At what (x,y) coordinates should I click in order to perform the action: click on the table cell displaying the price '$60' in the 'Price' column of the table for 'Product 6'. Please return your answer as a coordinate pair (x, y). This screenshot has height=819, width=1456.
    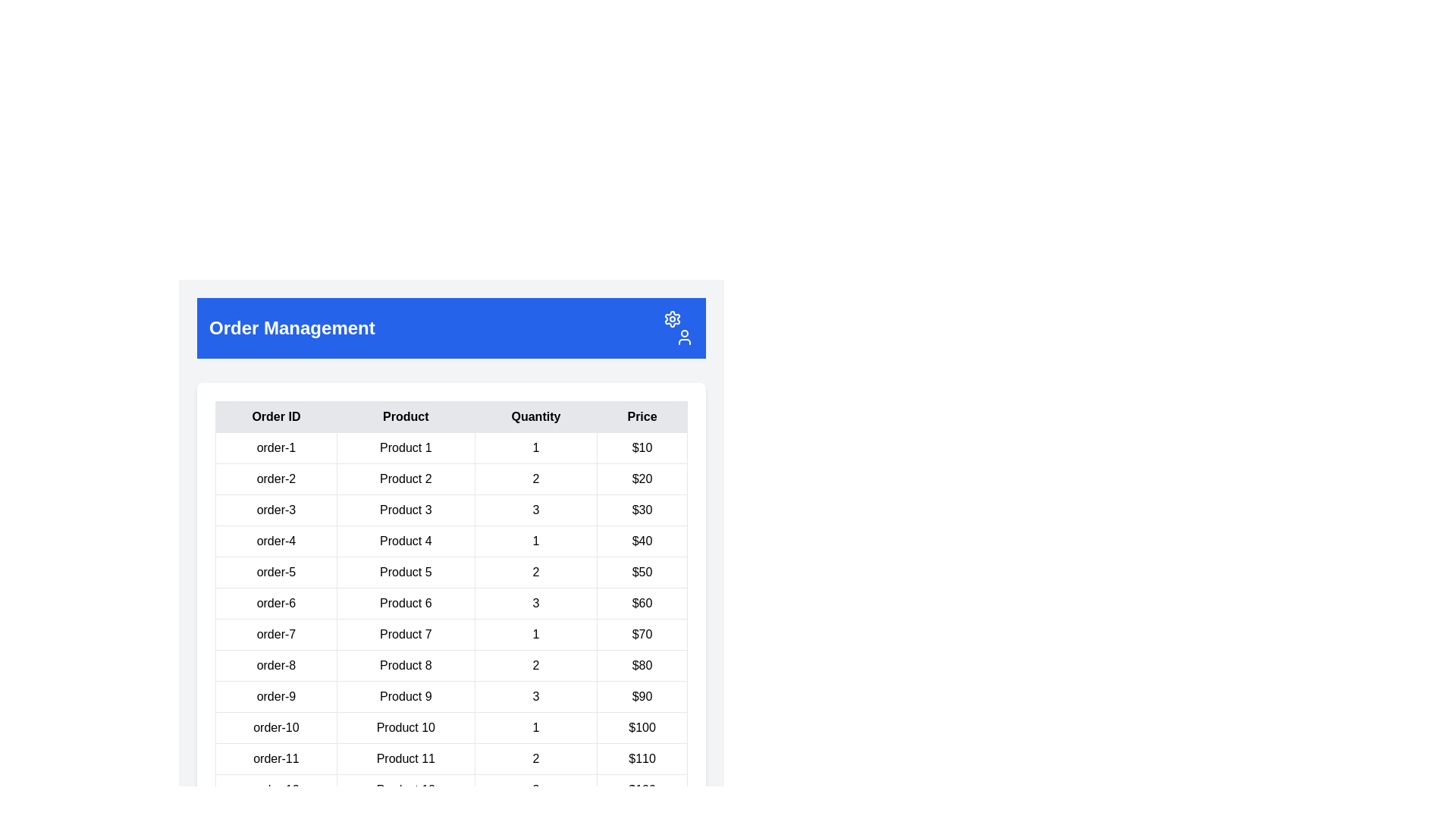
    Looking at the image, I should click on (642, 602).